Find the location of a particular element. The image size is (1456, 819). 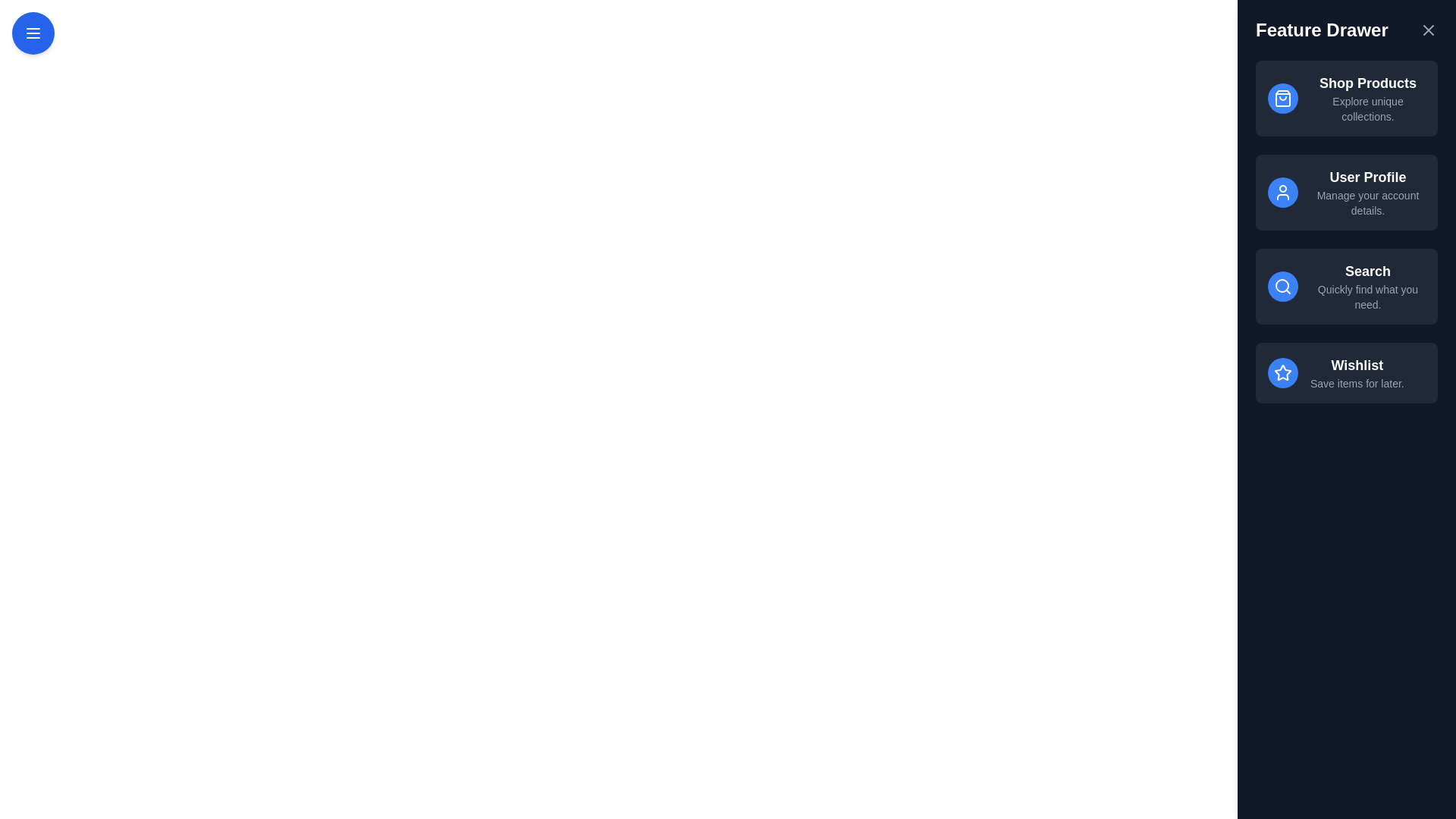

toggle button at the top-left corner to close the drawer is located at coordinates (33, 33).